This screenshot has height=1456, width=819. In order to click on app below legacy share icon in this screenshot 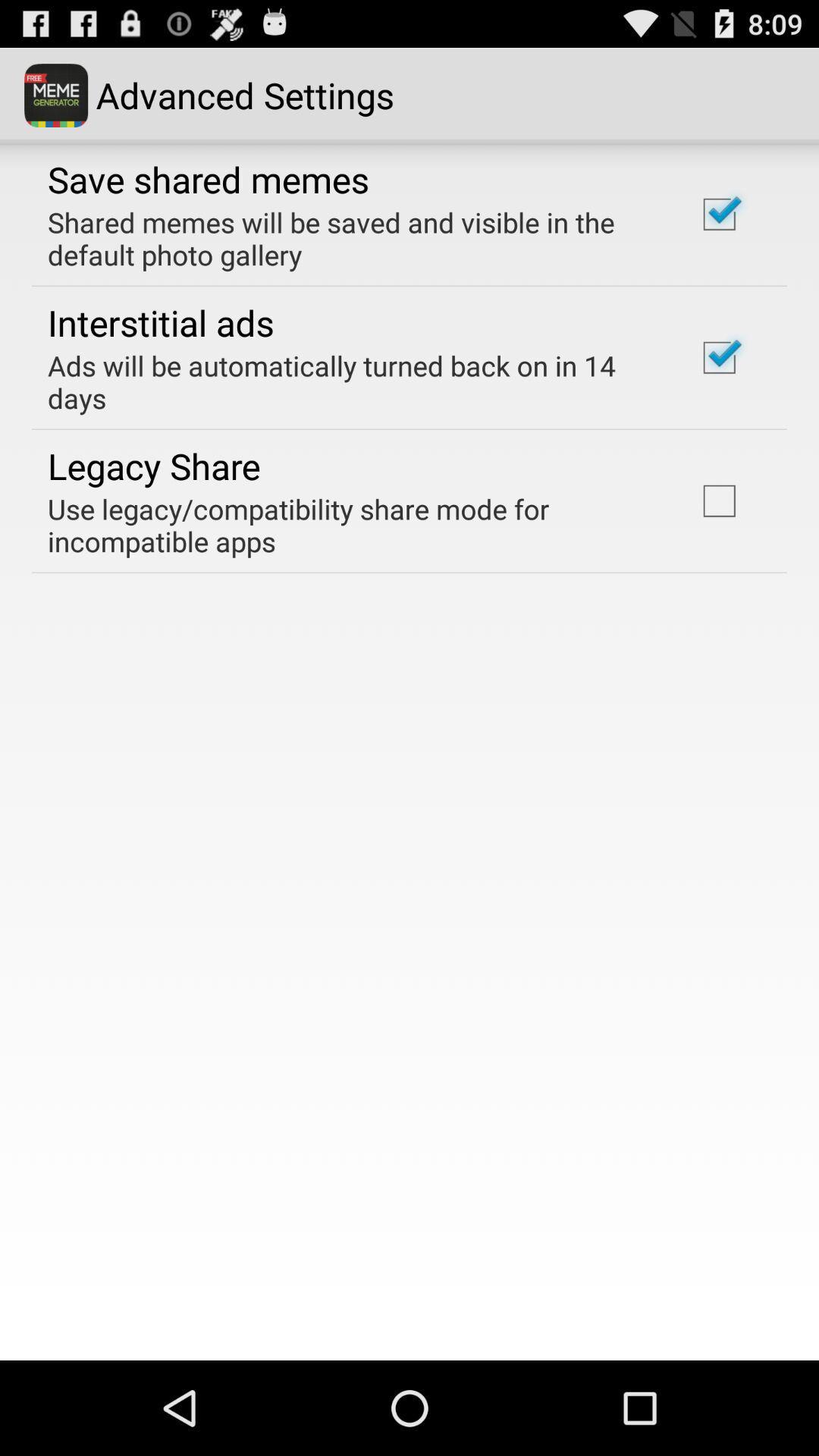, I will do `click(351, 525)`.